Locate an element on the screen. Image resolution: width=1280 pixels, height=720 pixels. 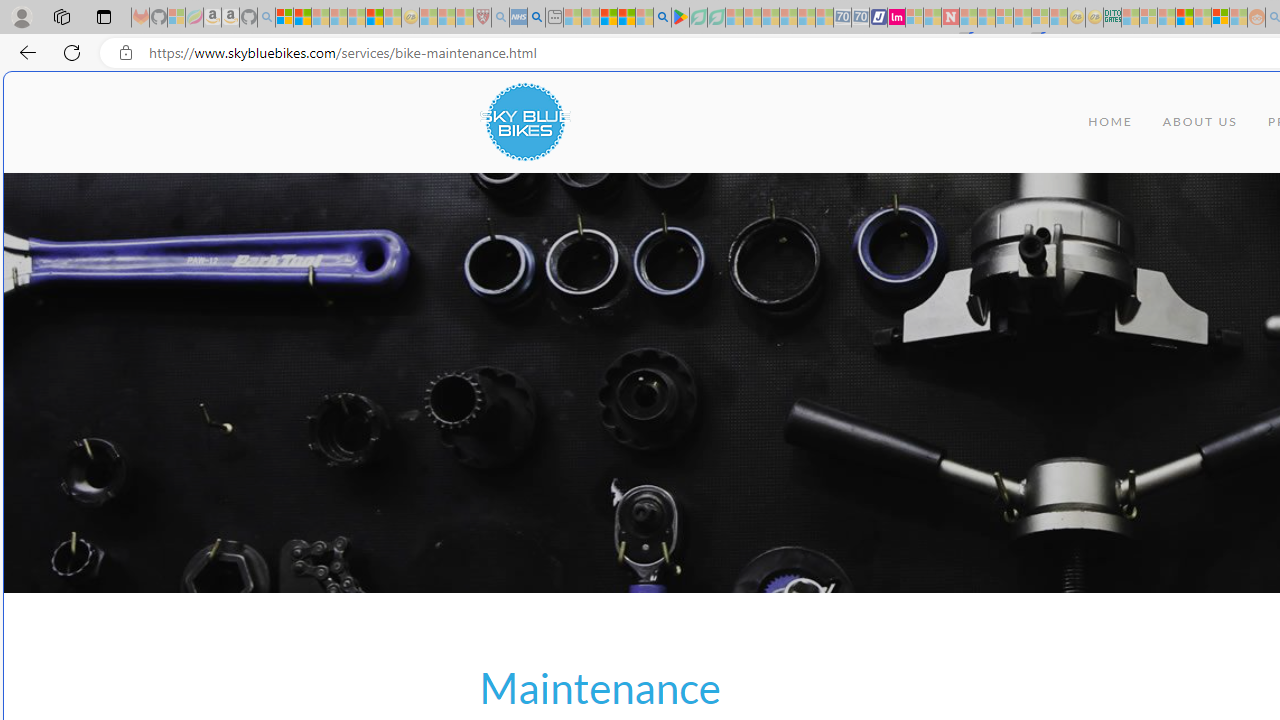
'New Report Confirms 2023 Was Record Hot | Watch - Sleeping' is located at coordinates (356, 17).